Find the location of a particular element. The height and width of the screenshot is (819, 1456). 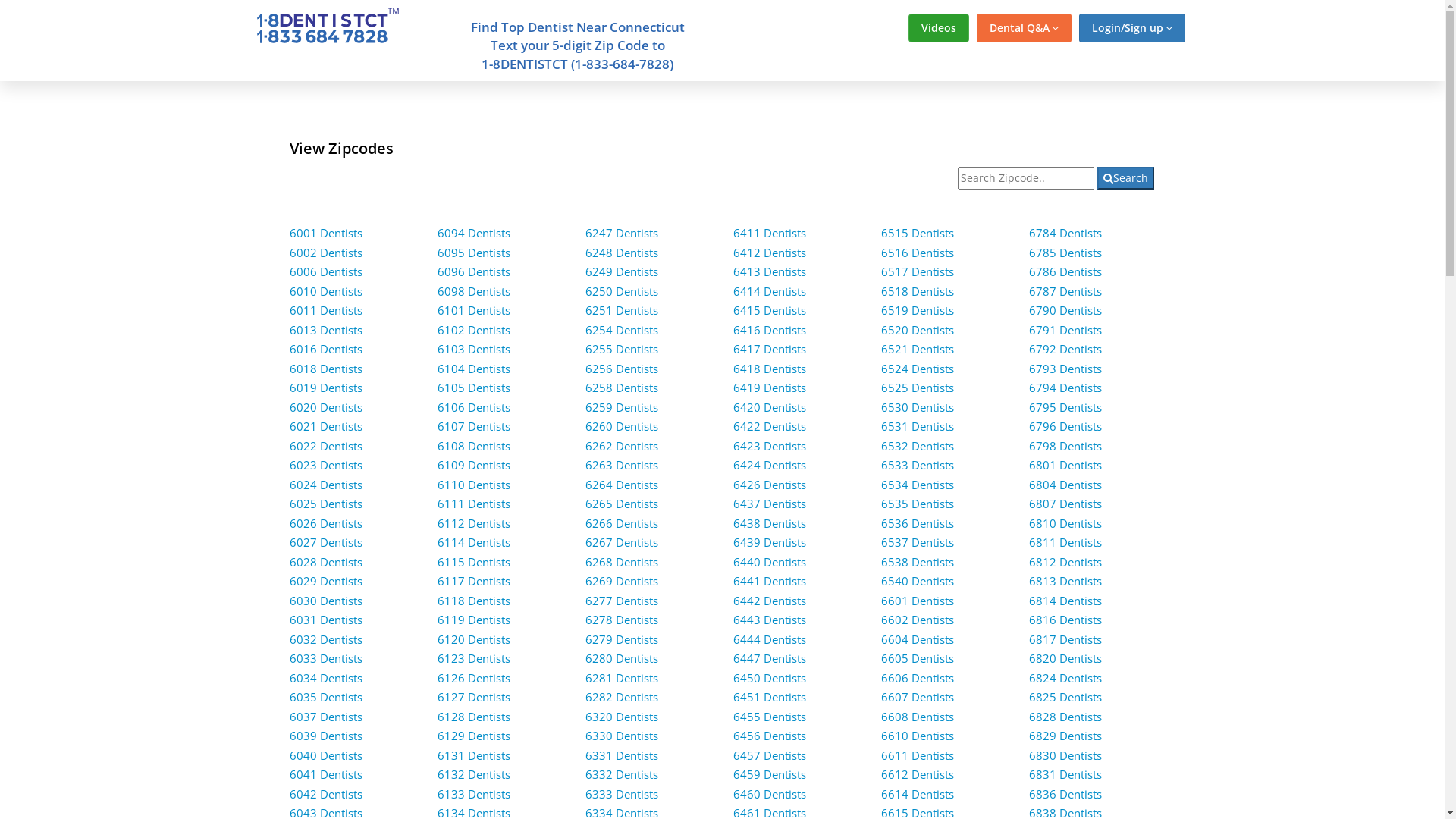

'6785 Dentists' is located at coordinates (1065, 251).